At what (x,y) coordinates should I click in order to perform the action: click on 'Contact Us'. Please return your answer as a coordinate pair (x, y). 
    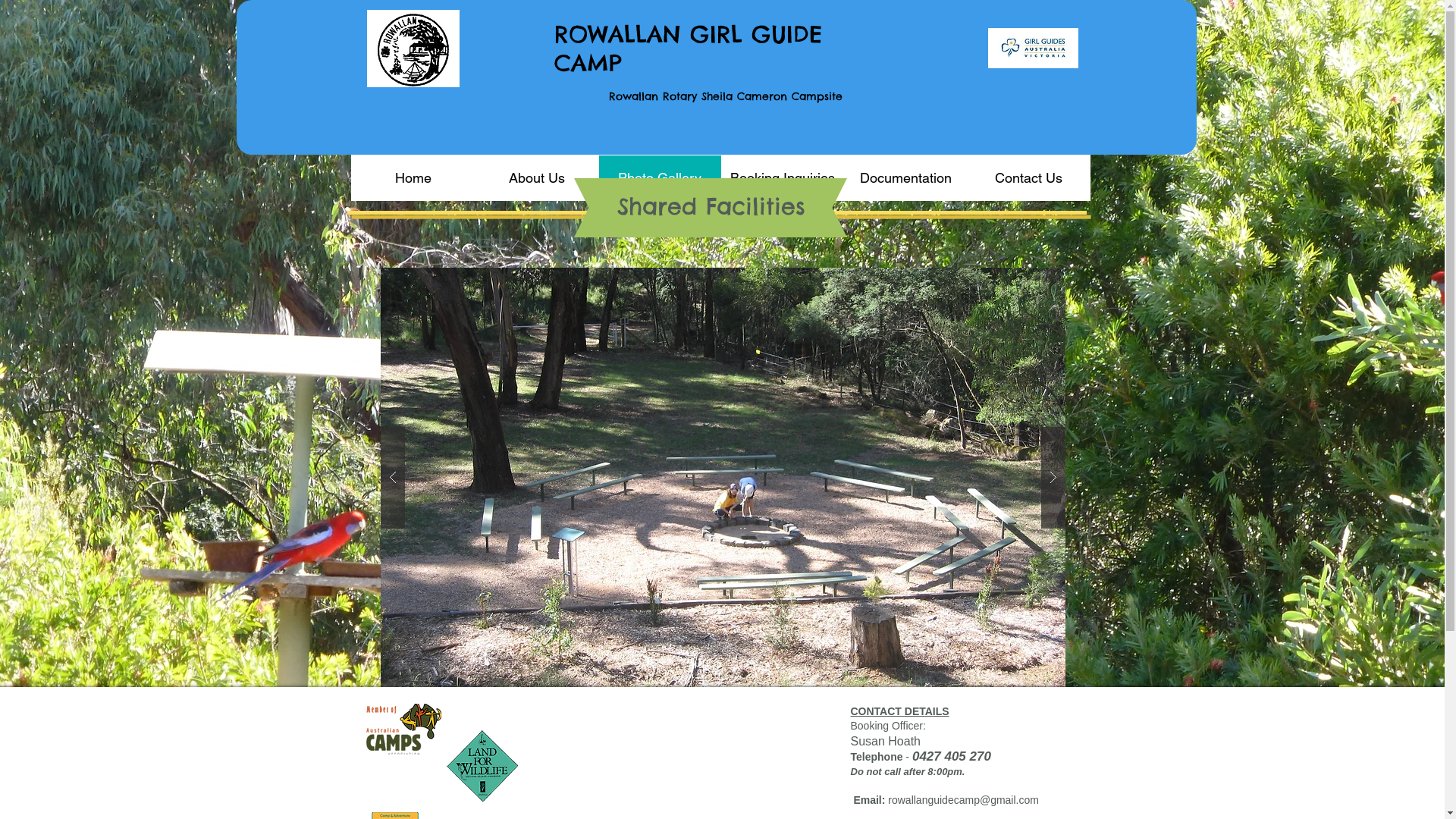
    Looking at the image, I should click on (1027, 177).